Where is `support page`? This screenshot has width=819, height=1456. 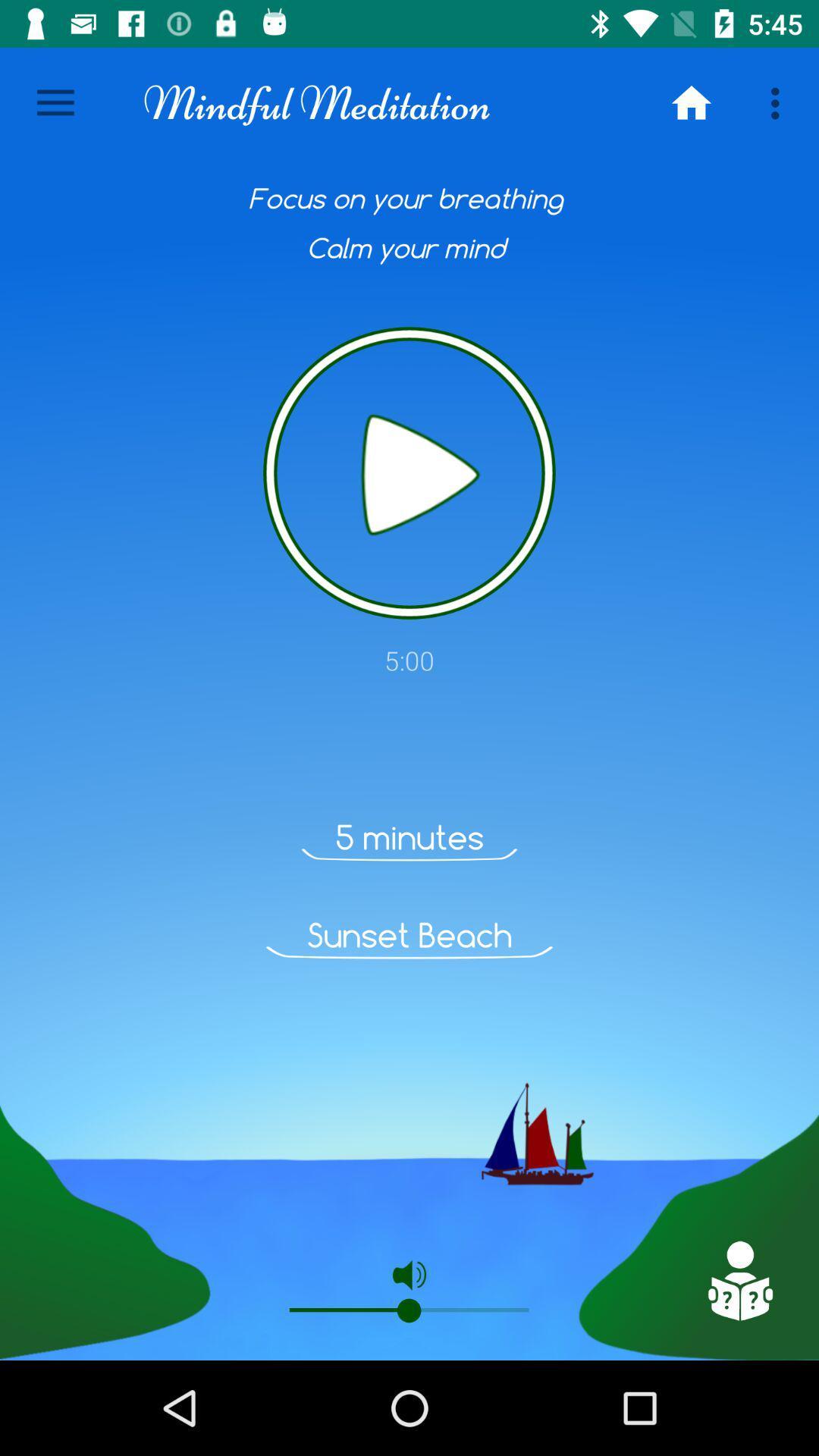
support page is located at coordinates (739, 1280).